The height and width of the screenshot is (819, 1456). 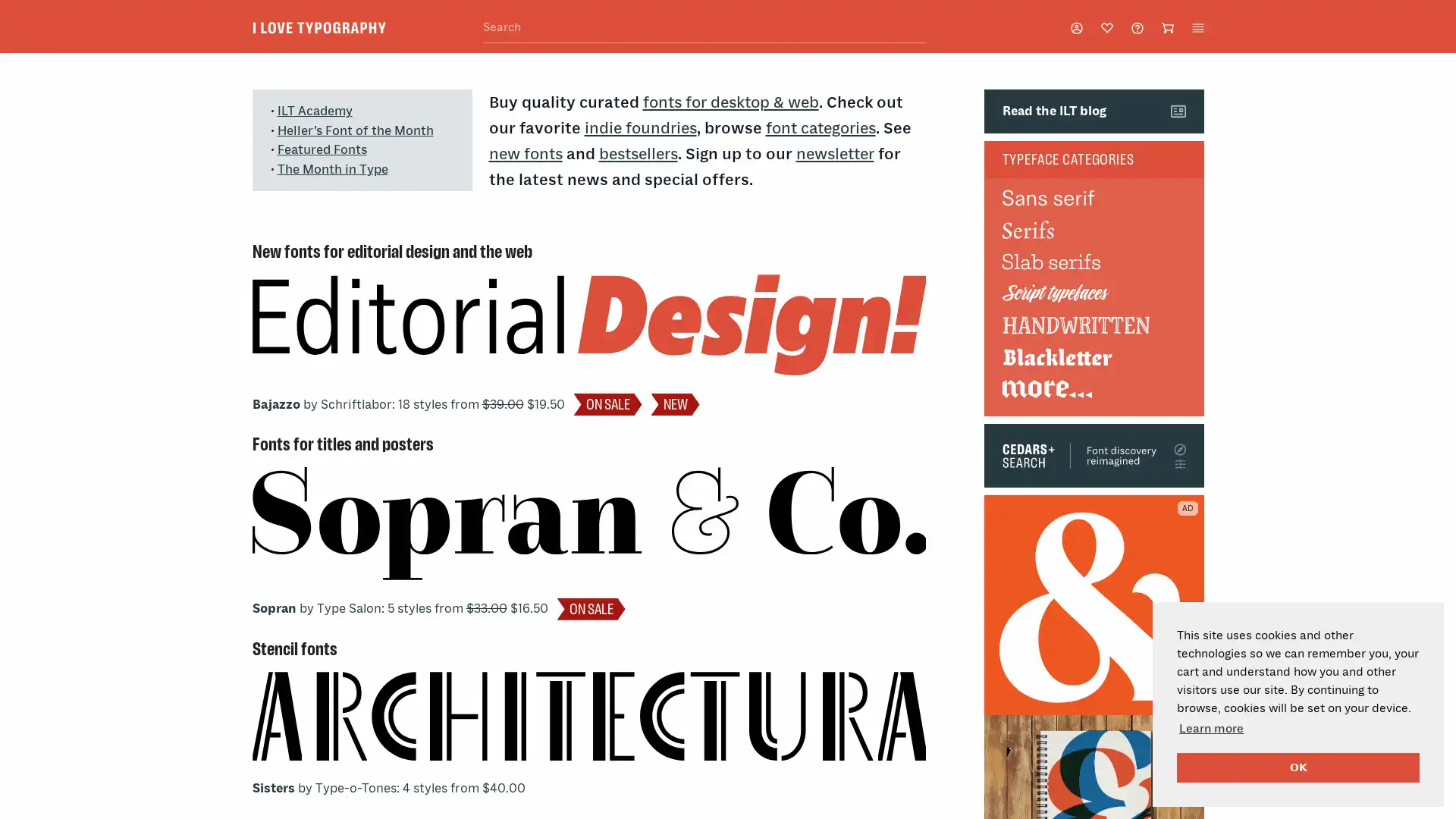 What do you see at coordinates (1197, 27) in the screenshot?
I see `Menu` at bounding box center [1197, 27].